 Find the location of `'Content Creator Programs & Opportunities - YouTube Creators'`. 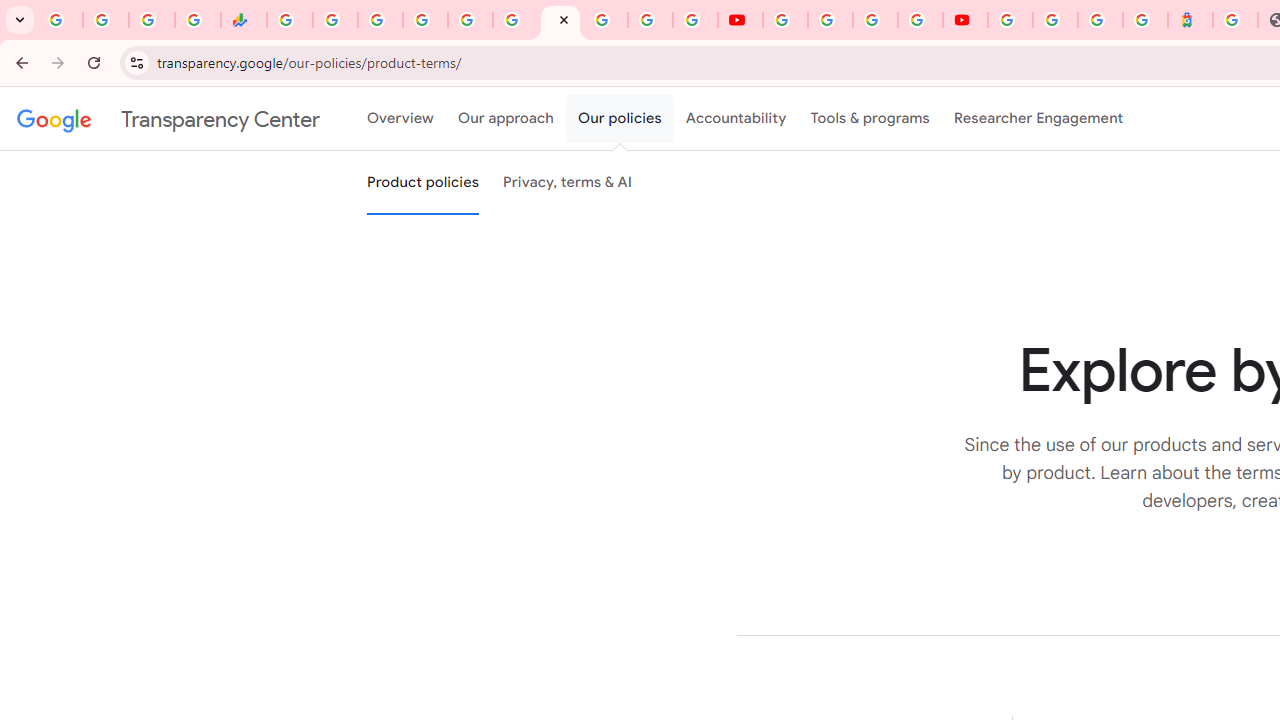

'Content Creator Programs & Opportunities - YouTube Creators' is located at coordinates (965, 20).